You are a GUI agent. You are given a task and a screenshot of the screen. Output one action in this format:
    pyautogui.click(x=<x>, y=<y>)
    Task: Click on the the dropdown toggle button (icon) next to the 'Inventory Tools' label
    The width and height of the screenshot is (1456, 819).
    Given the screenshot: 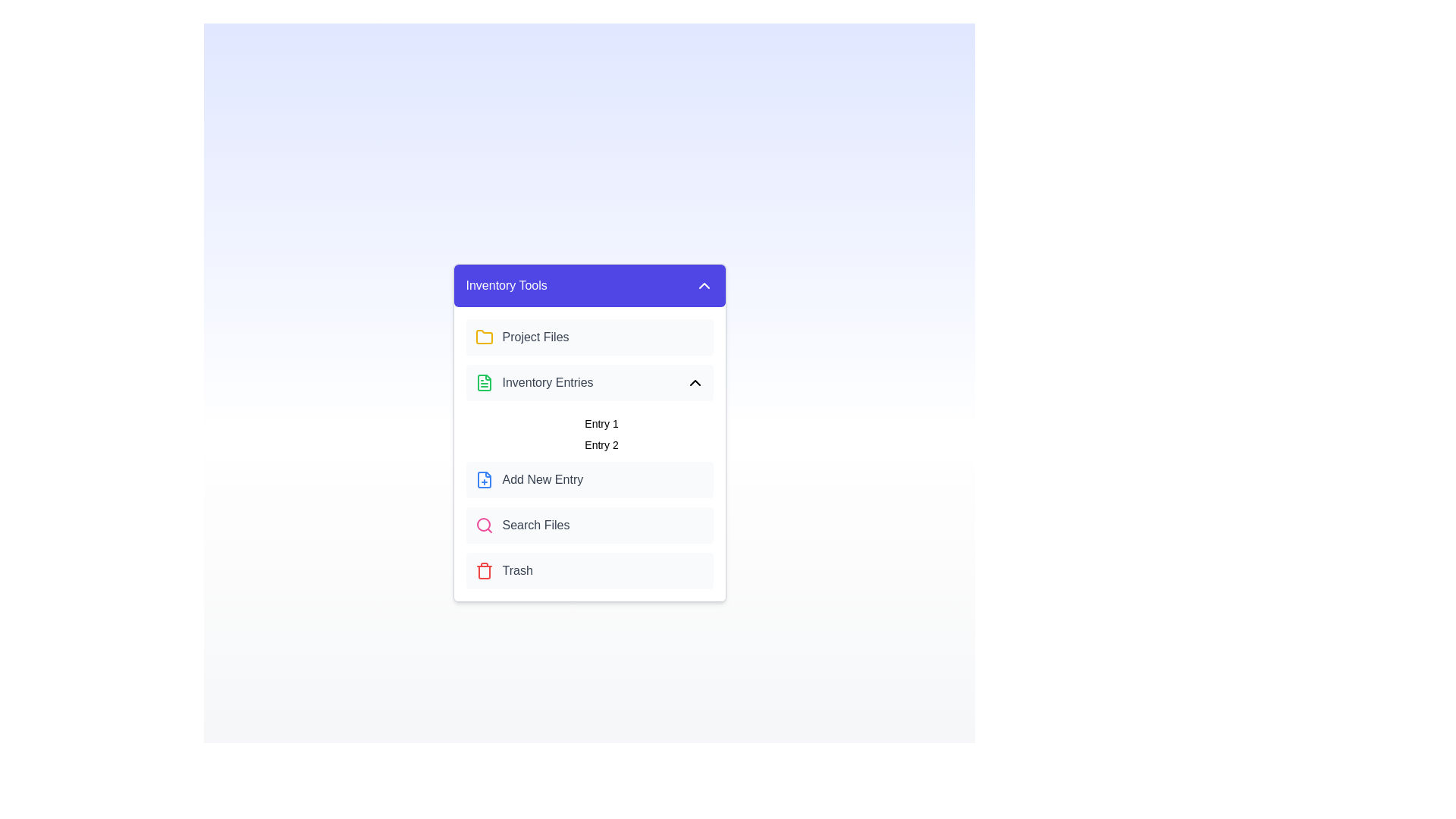 What is the action you would take?
    pyautogui.click(x=703, y=286)
    